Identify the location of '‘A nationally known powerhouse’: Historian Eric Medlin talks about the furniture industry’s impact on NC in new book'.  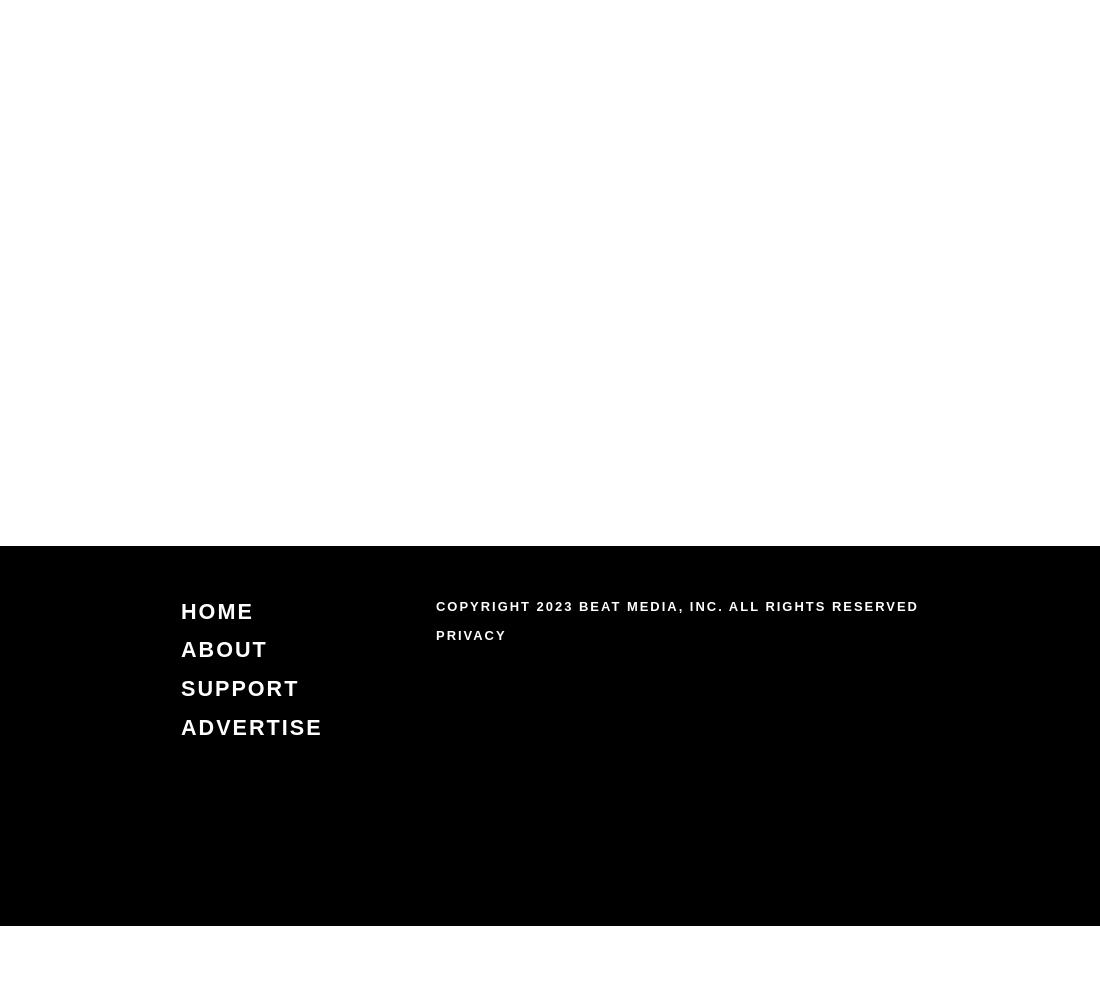
(912, 376).